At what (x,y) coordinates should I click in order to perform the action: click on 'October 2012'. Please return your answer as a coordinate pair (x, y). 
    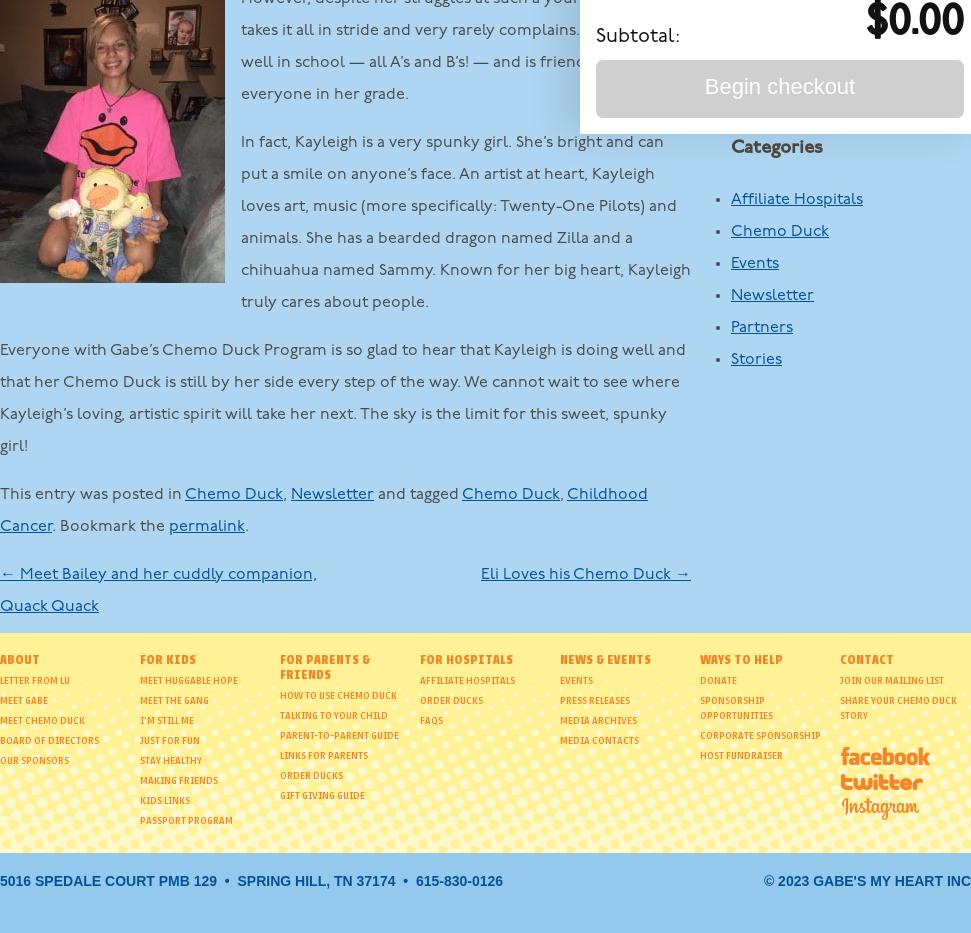
    Looking at the image, I should click on (779, 36).